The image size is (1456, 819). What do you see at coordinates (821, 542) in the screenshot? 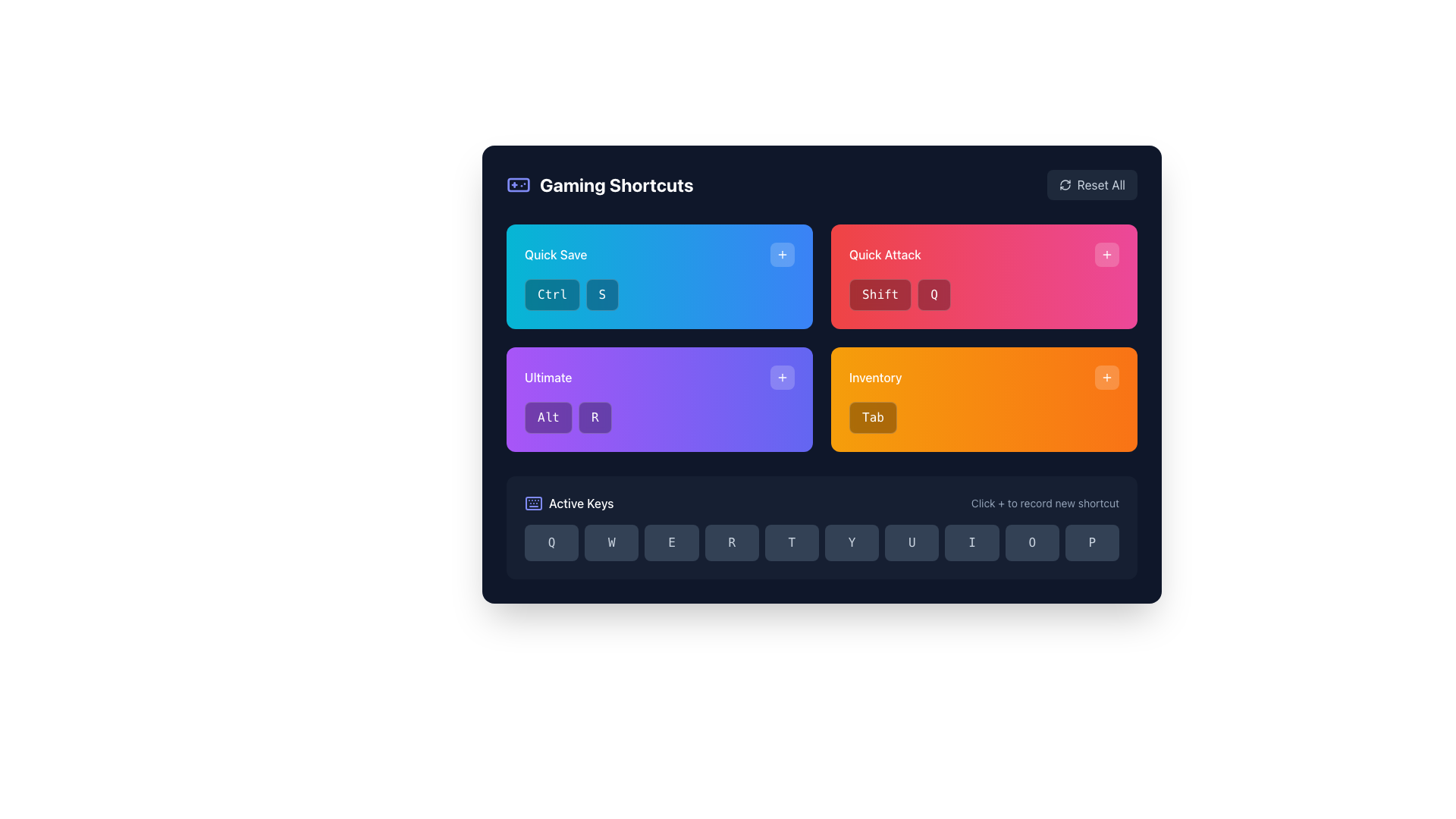
I see `a button in the interactive grid of buttons representing a keyboard's top alphabetic row` at bounding box center [821, 542].